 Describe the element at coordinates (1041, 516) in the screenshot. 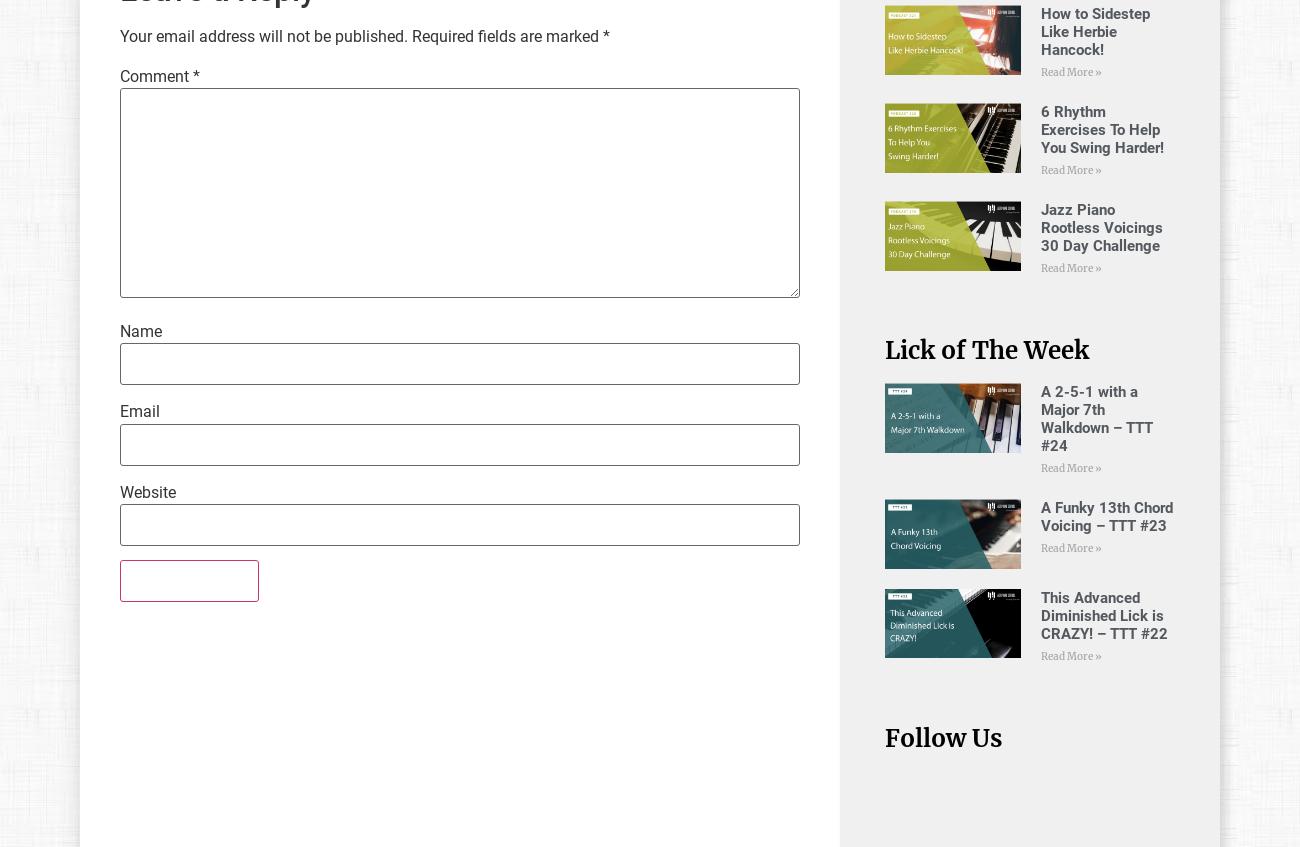

I see `'A Funky 13th Chord Voicing – TTT #23'` at that location.